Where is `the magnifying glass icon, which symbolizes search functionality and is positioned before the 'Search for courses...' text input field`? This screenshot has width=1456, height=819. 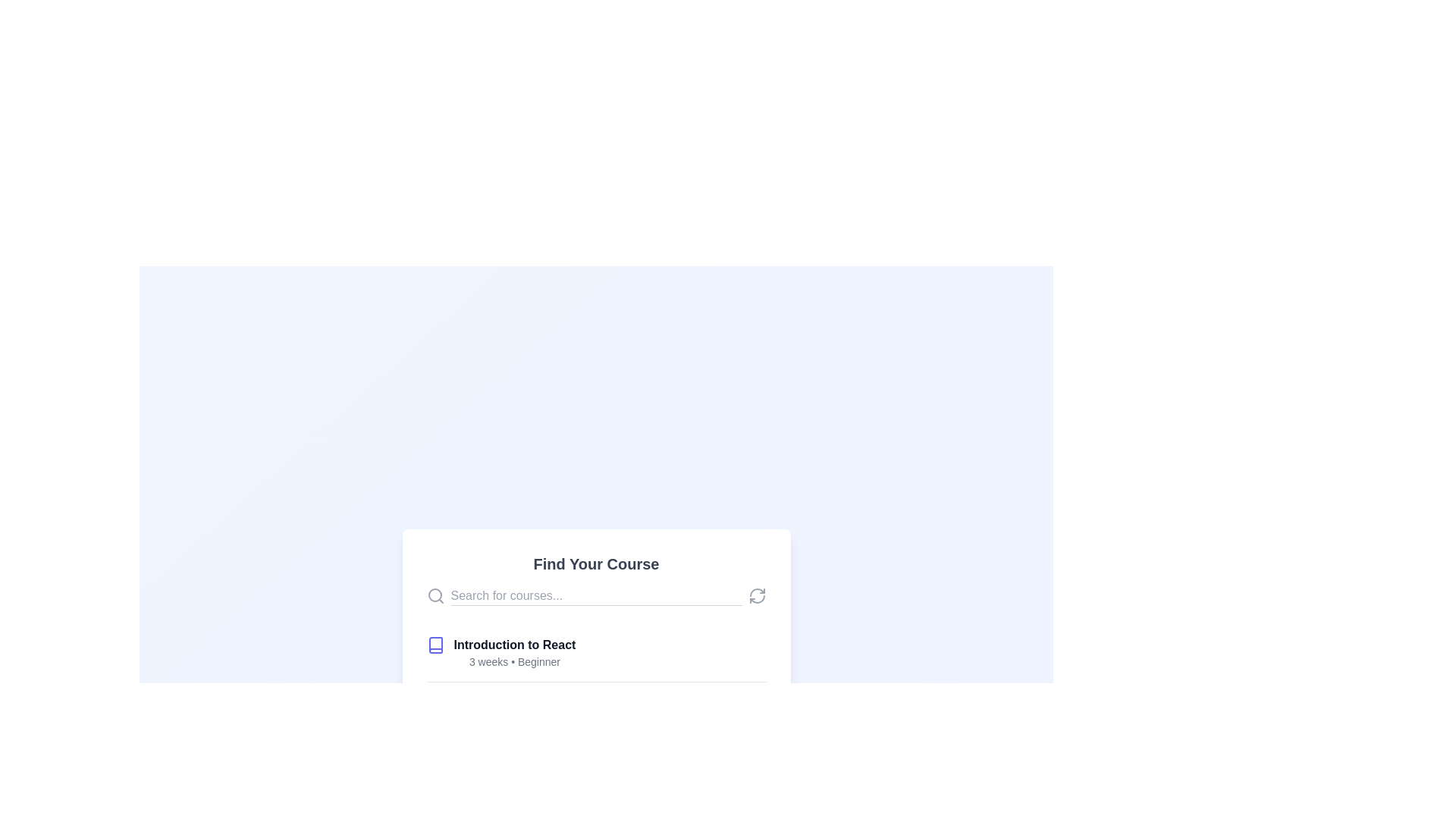
the magnifying glass icon, which symbolizes search functionality and is positioned before the 'Search for courses...' text input field is located at coordinates (435, 595).